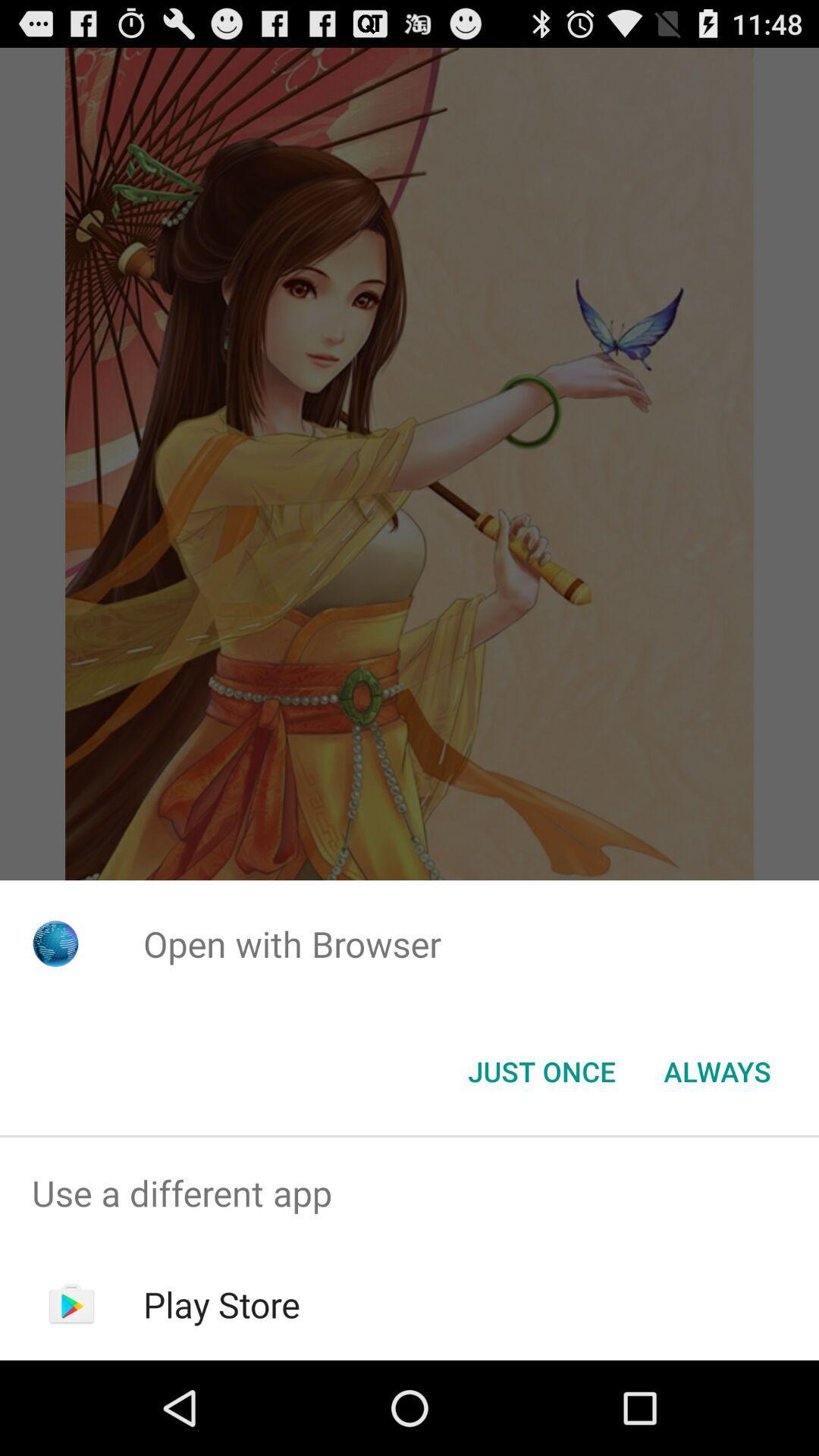 Image resolution: width=819 pixels, height=1456 pixels. What do you see at coordinates (409, 1192) in the screenshot?
I see `the use a different icon` at bounding box center [409, 1192].